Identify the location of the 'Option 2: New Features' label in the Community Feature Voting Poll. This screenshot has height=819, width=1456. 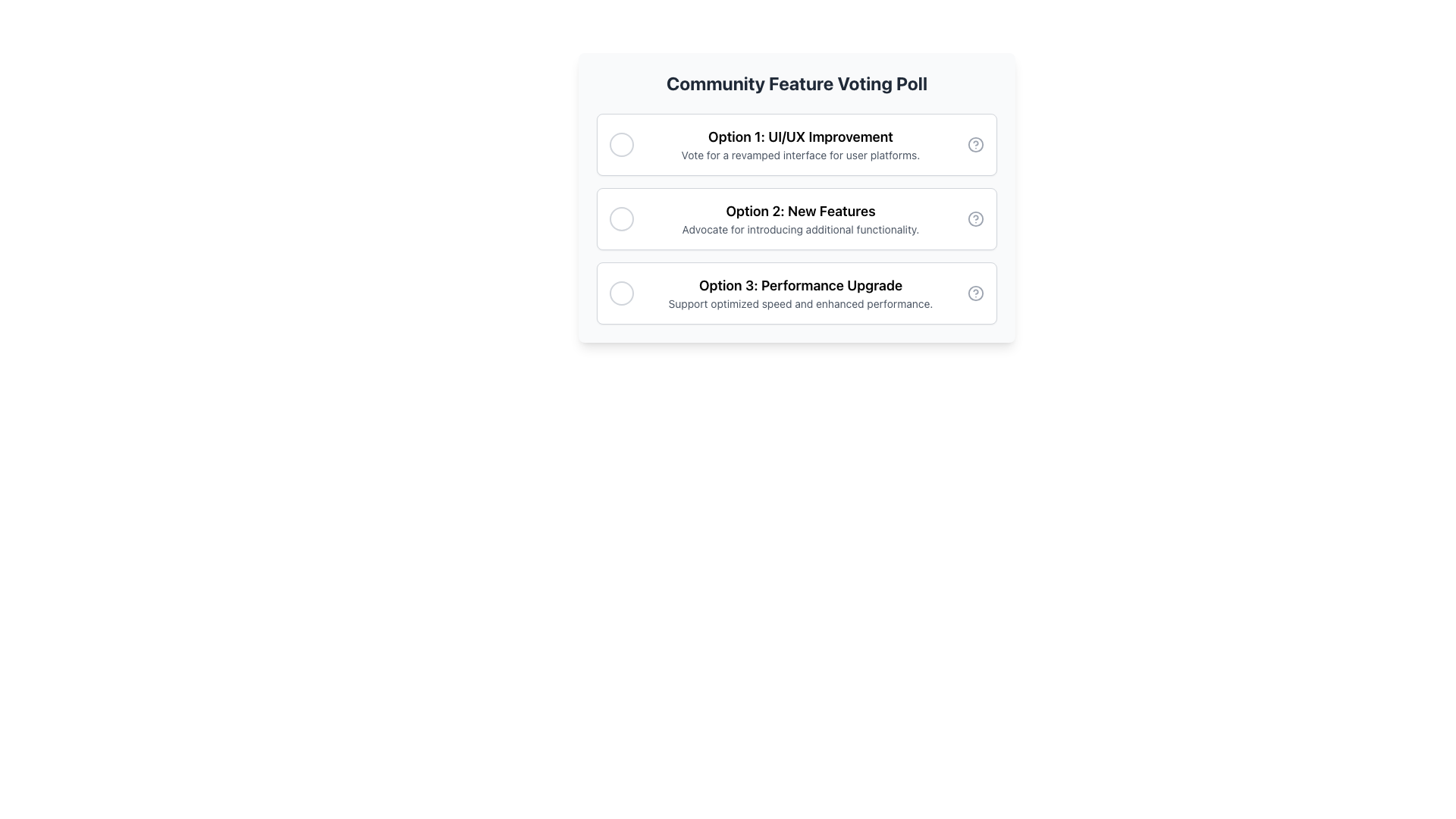
(800, 219).